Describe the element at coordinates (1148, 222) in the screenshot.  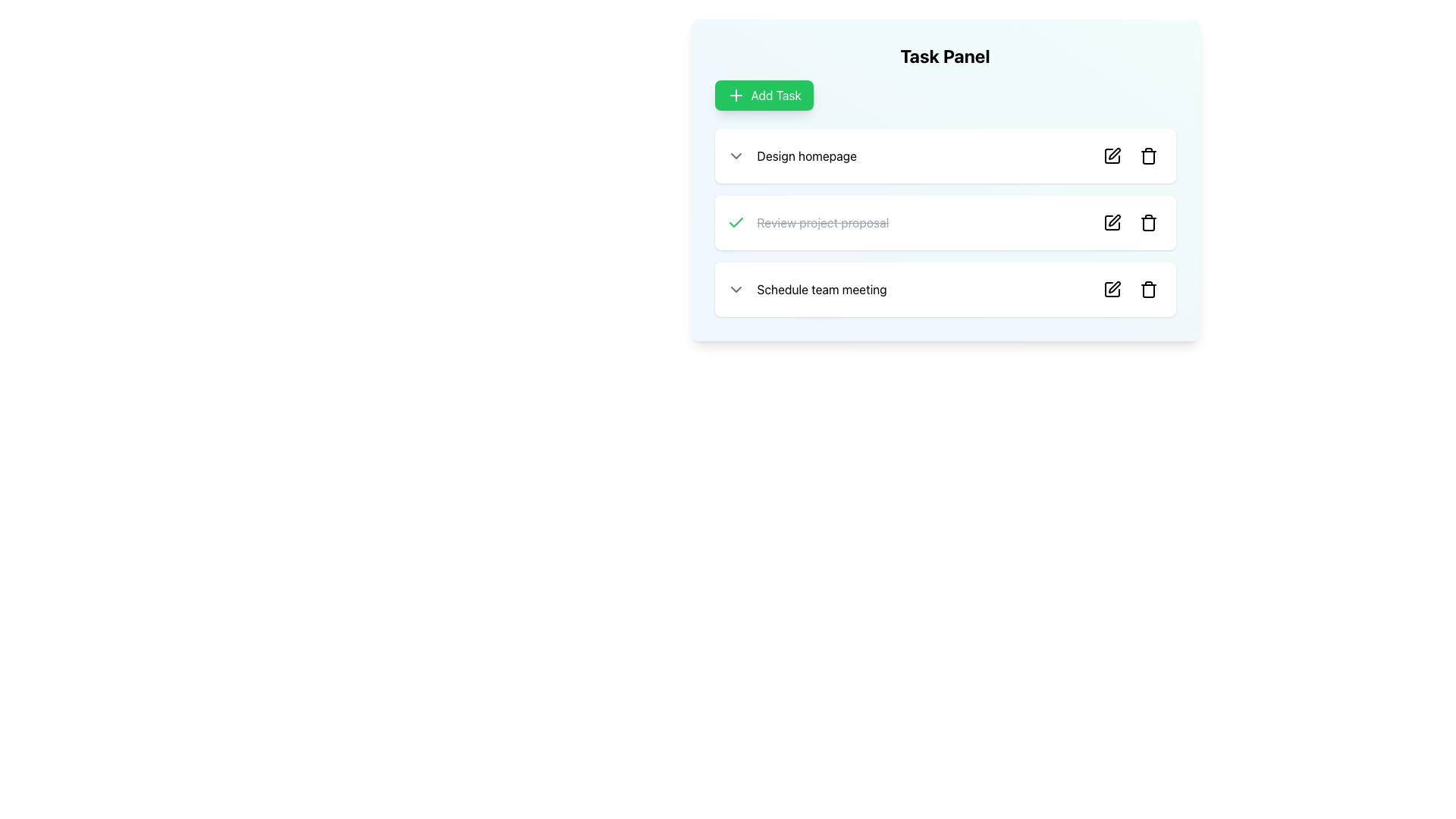
I see `the delete button, which is the second interactive icon in the action buttons row to the right of the 'Review project proposal' task item in the second task row of the 'Task Panel'` at that location.